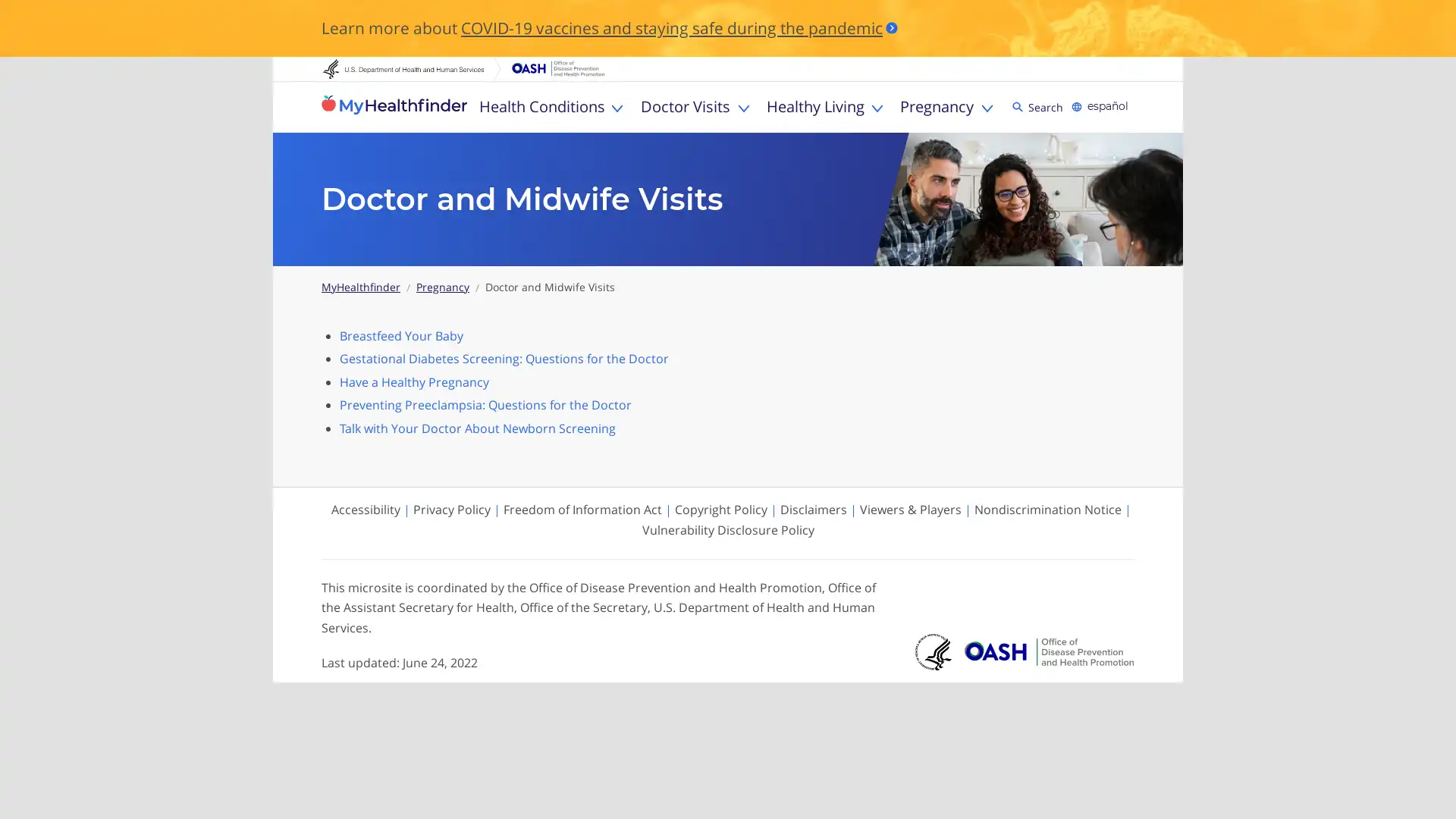 This screenshot has height=819, width=1456. Describe the element at coordinates (877, 106) in the screenshot. I see `Toggle Healthy Living sub menu` at that location.